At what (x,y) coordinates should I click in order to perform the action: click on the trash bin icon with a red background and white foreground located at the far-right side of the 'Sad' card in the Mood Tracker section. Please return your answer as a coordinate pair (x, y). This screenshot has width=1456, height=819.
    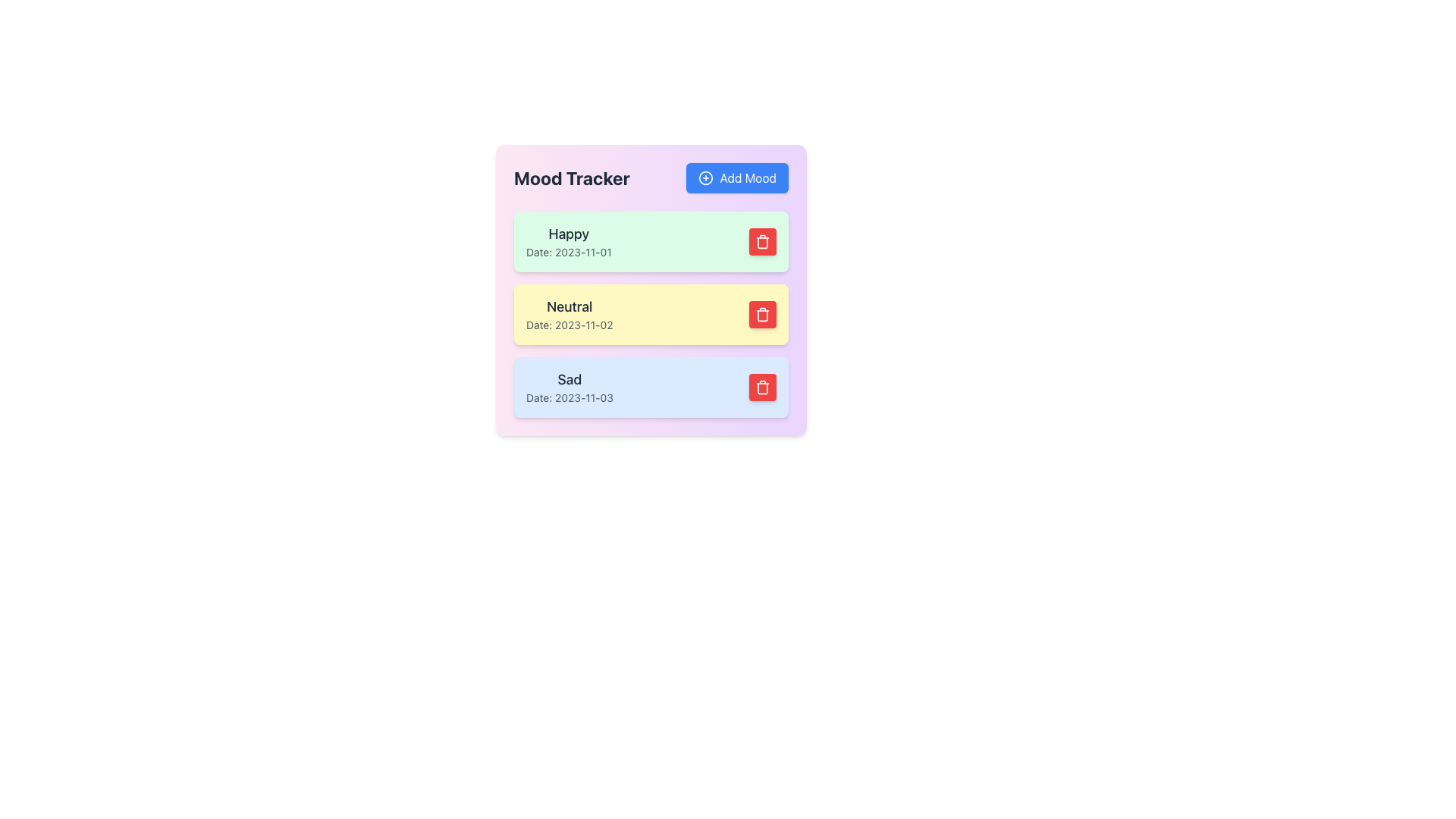
    Looking at the image, I should click on (763, 386).